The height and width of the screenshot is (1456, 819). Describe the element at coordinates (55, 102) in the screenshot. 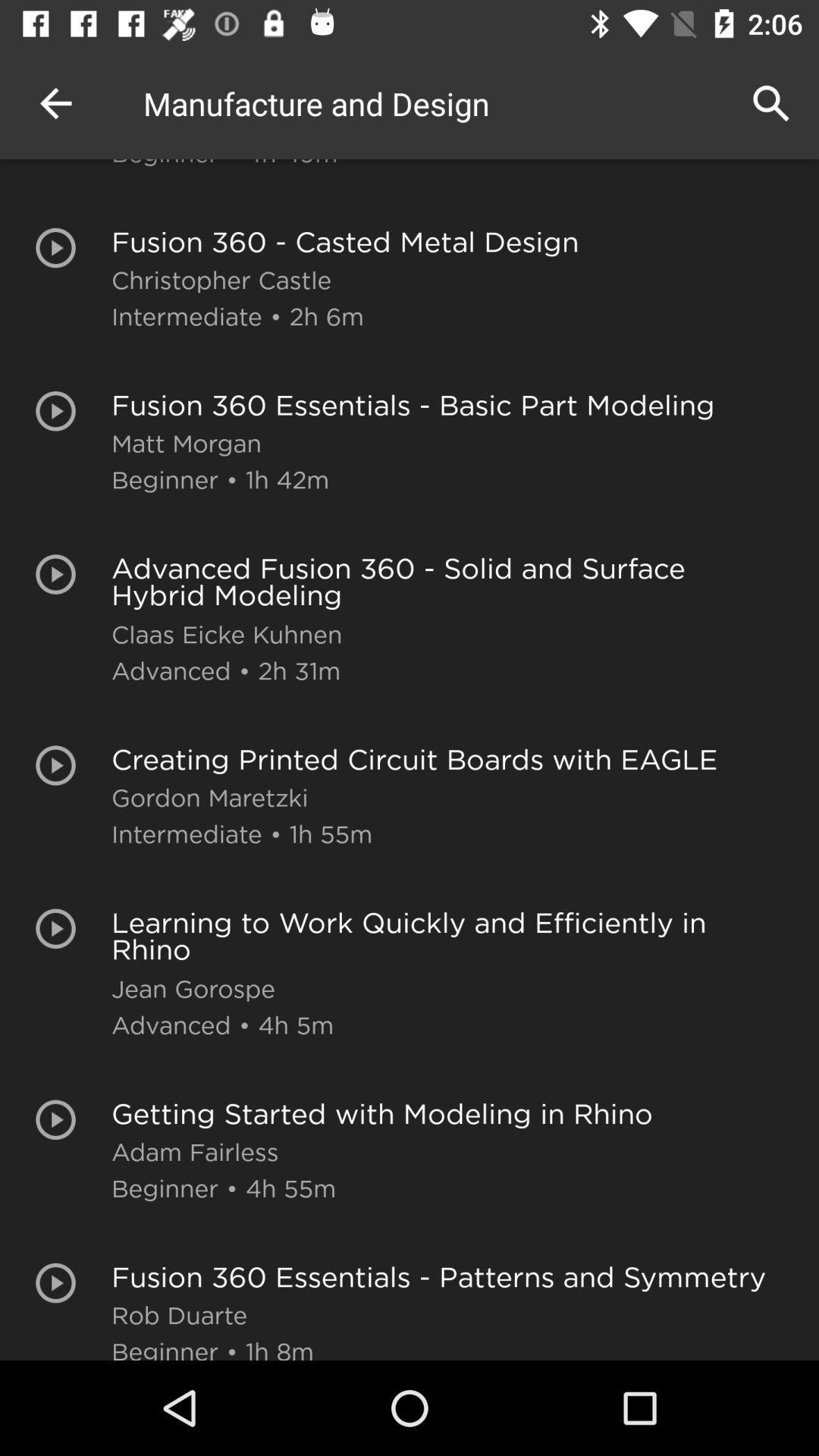

I see `the icon next to manufacture and design item` at that location.